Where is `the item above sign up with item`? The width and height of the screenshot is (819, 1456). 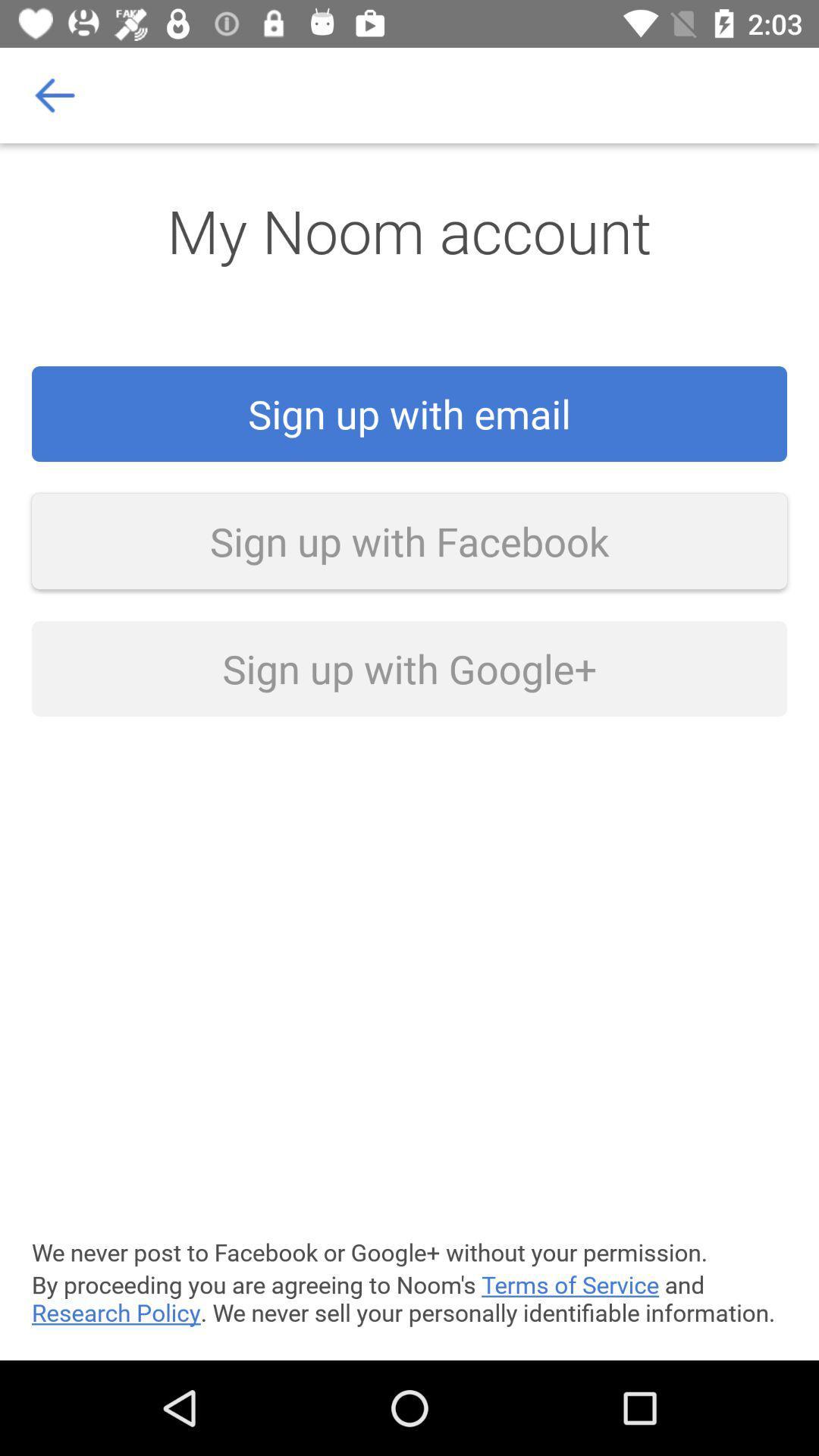
the item above sign up with item is located at coordinates (55, 94).